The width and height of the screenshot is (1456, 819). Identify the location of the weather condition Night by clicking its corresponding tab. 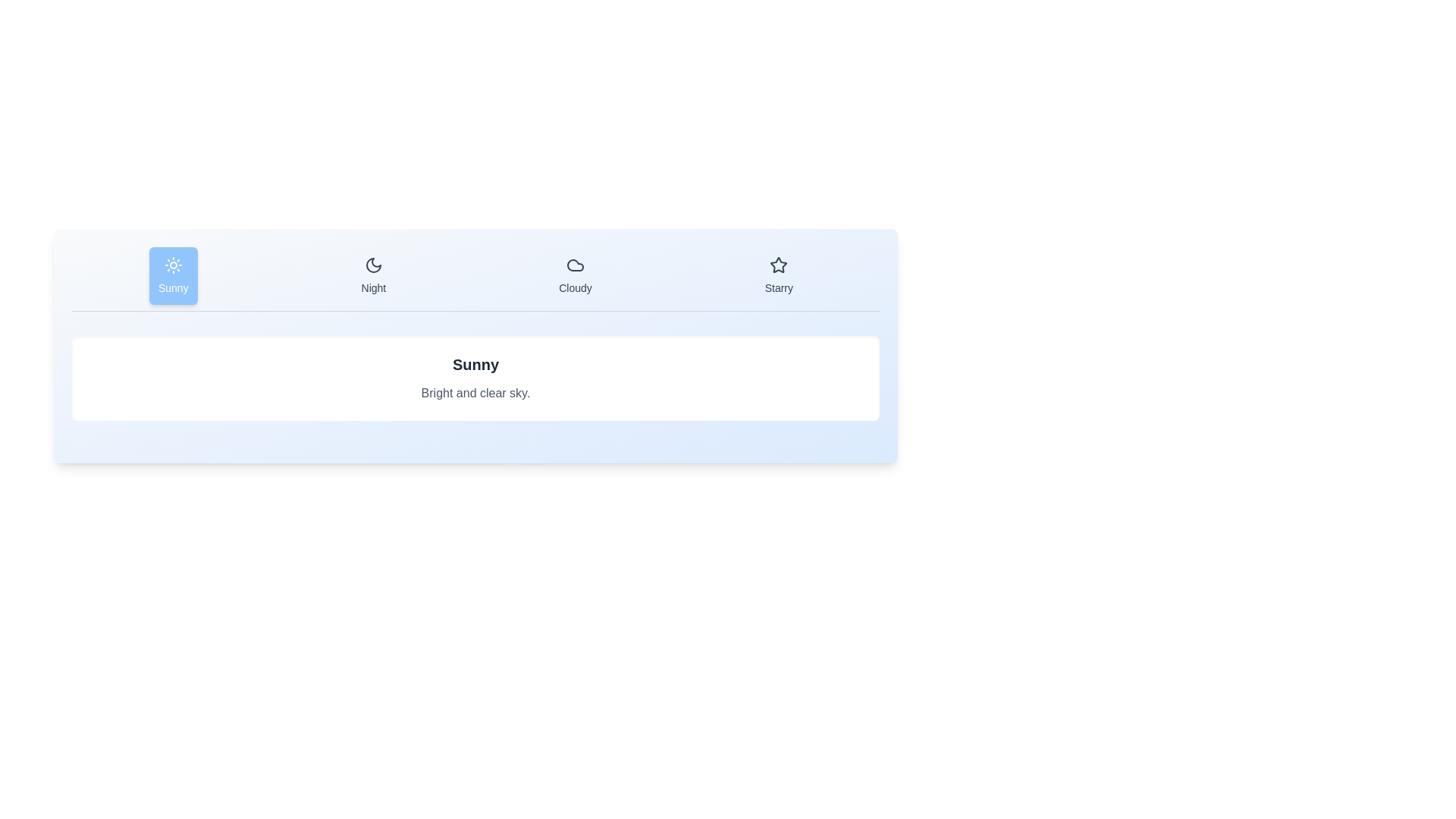
(372, 275).